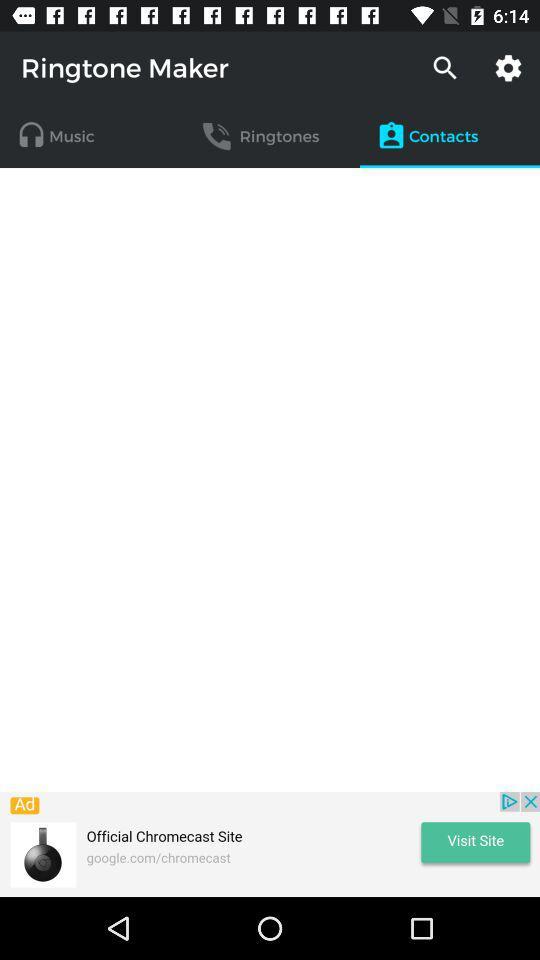 This screenshot has height=960, width=540. I want to click on a link to an advertisement, so click(270, 843).